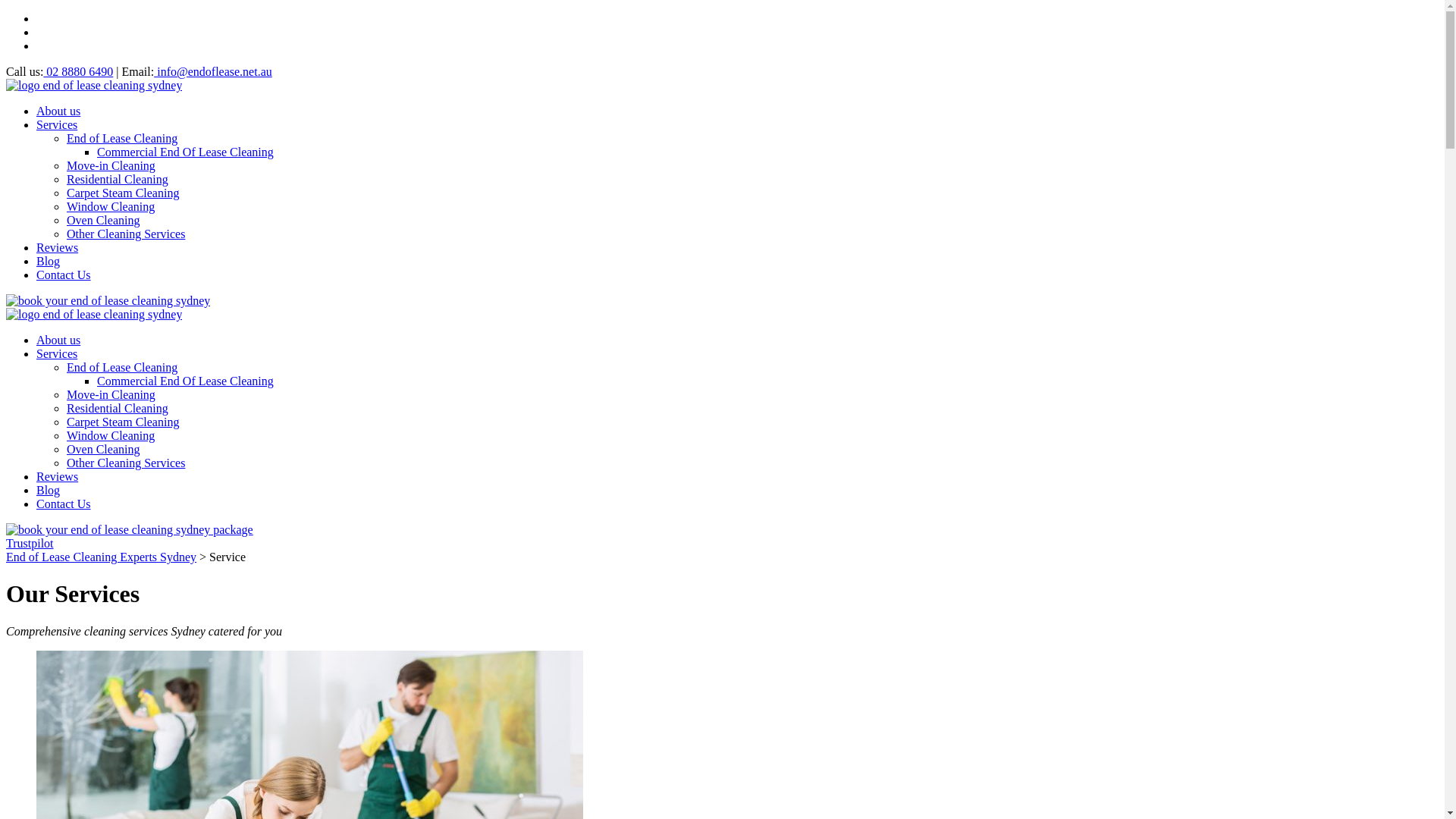  Describe the element at coordinates (102, 448) in the screenshot. I see `'Oven Cleaning'` at that location.